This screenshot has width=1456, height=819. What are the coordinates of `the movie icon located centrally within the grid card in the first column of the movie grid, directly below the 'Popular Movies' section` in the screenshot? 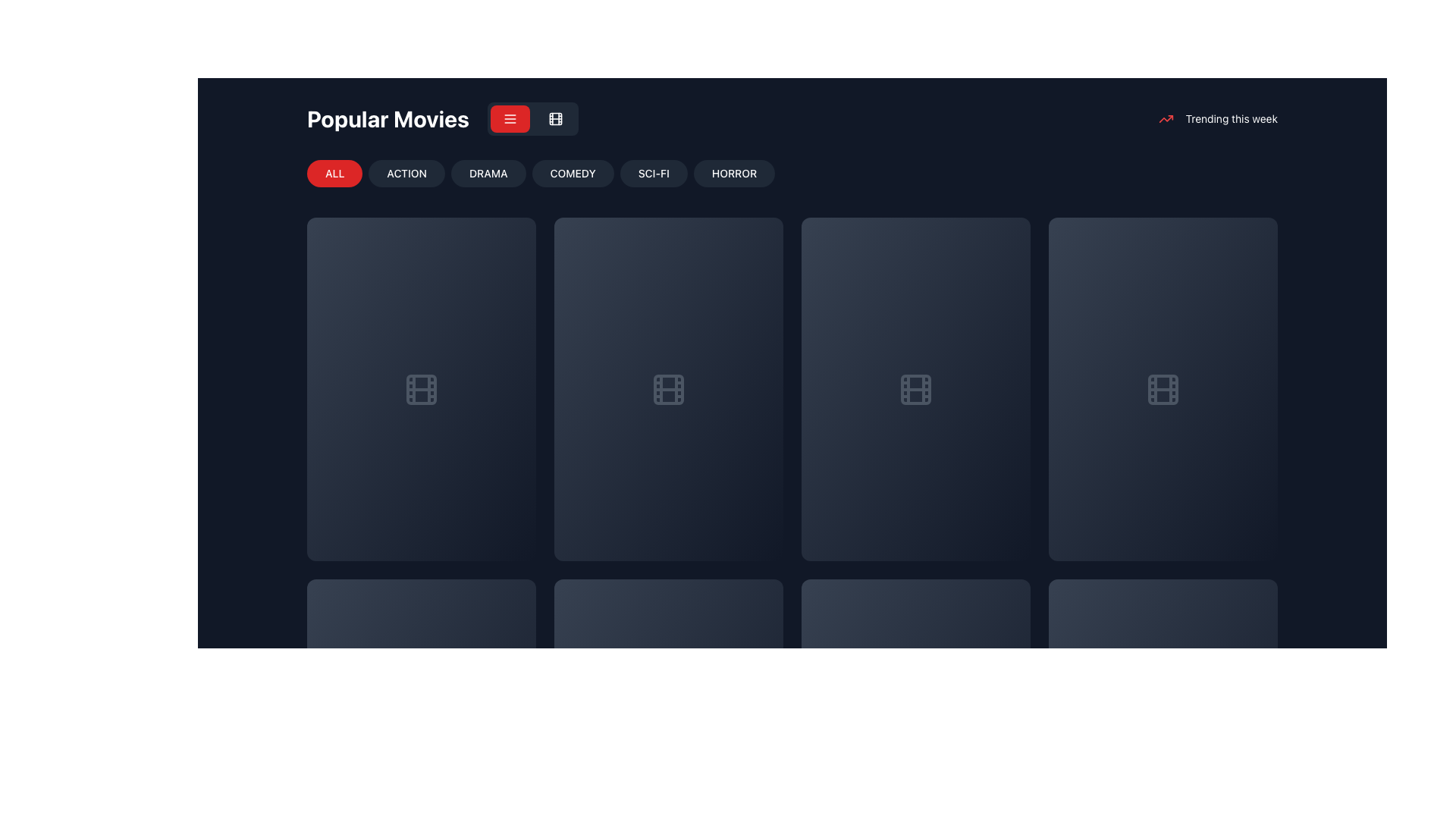 It's located at (422, 388).